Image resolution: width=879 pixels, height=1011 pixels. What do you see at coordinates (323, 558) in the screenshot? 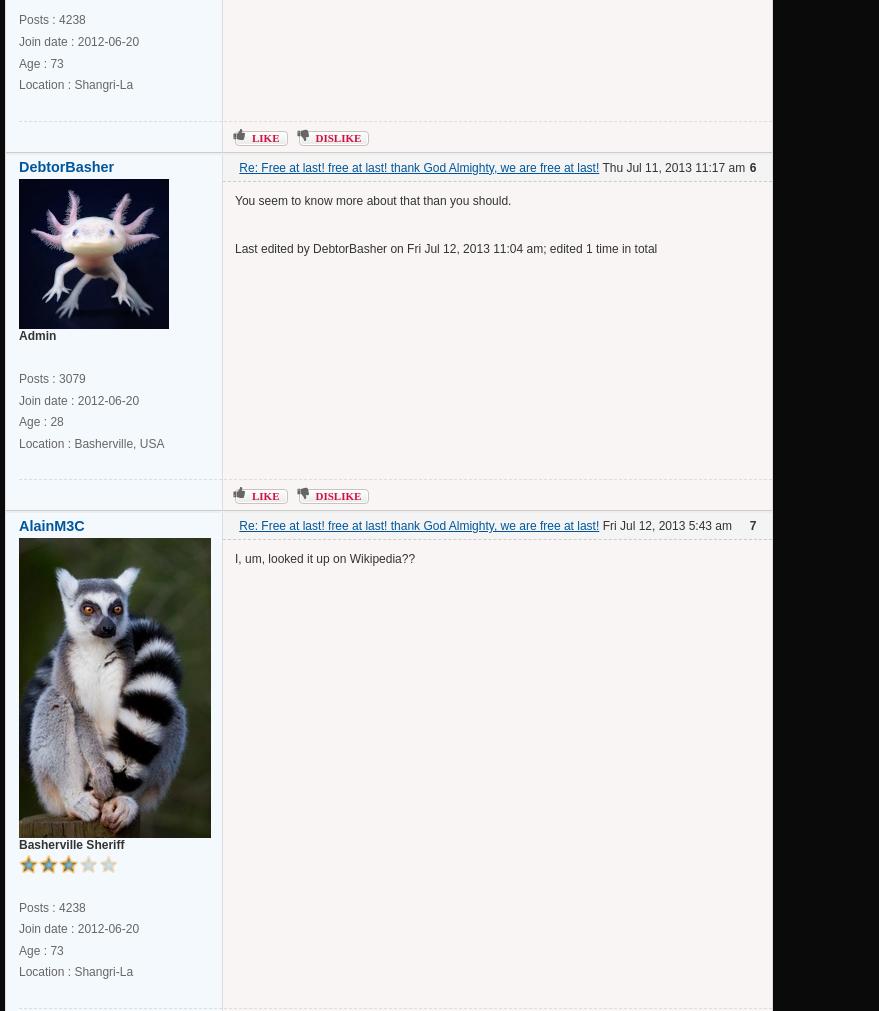
I see `'I, um, looked it up on Wikipedia??'` at bounding box center [323, 558].